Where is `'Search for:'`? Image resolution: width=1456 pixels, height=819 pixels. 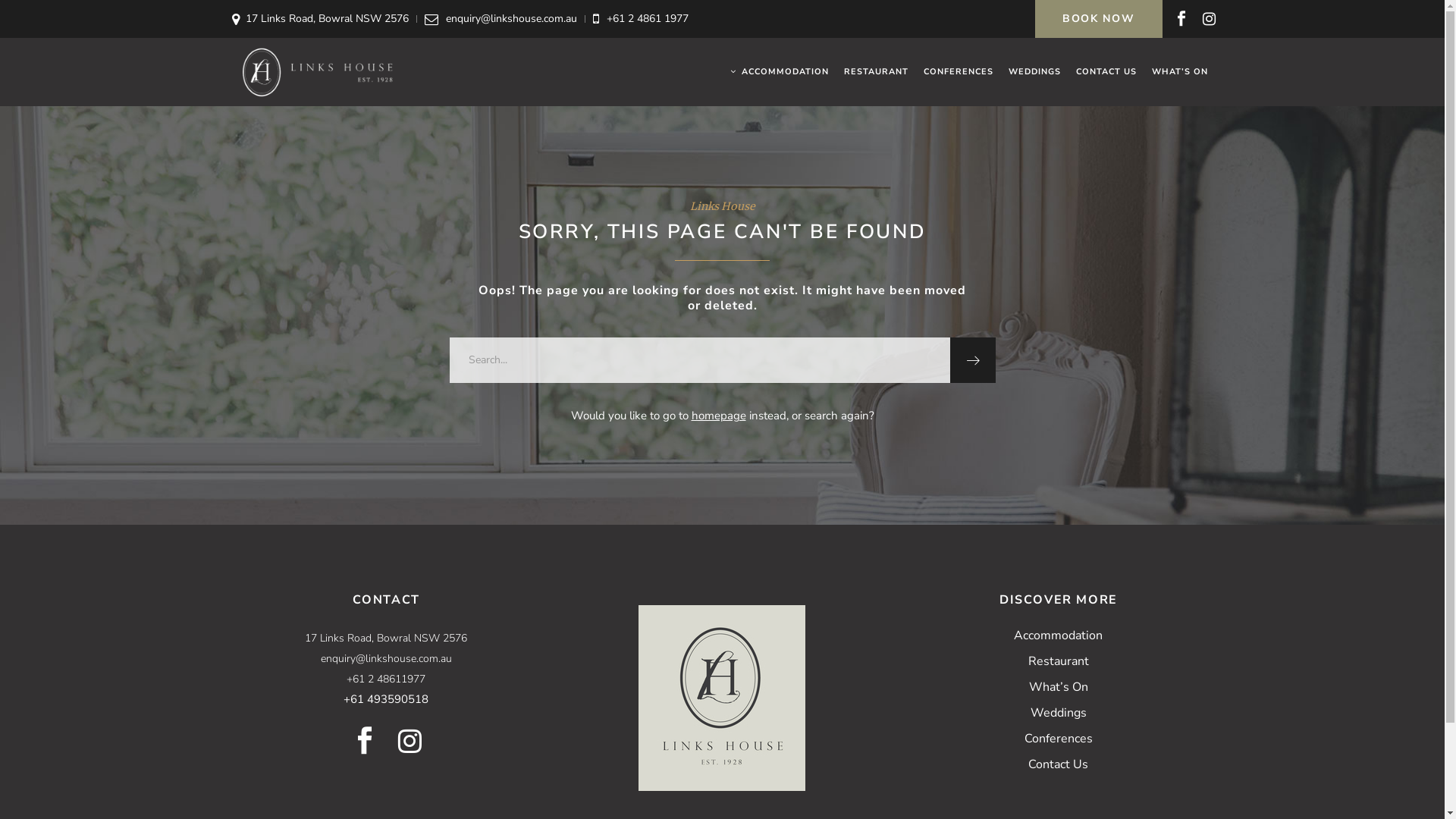
'Search for:' is located at coordinates (698, 359).